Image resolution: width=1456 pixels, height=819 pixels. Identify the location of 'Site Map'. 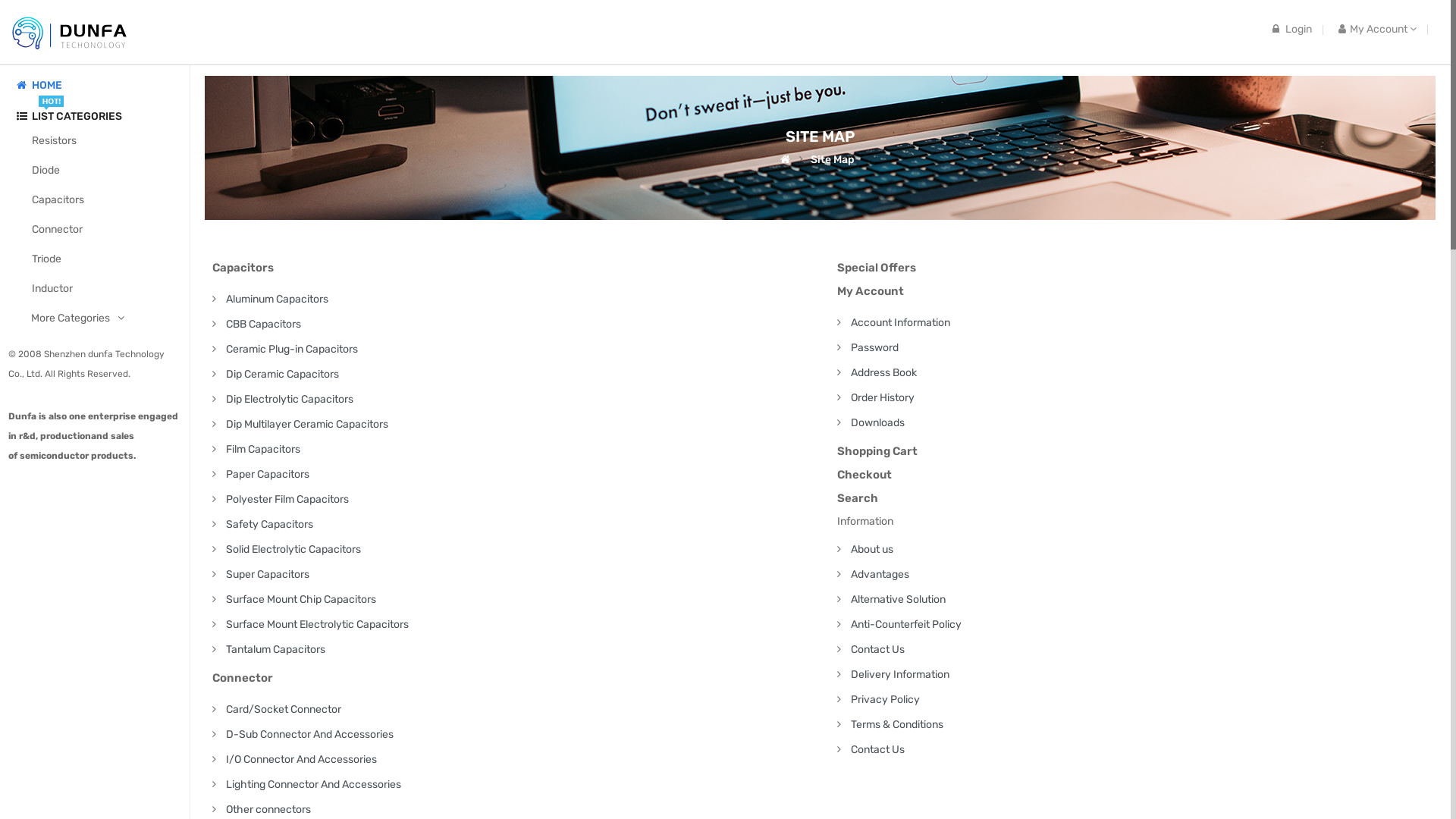
(832, 160).